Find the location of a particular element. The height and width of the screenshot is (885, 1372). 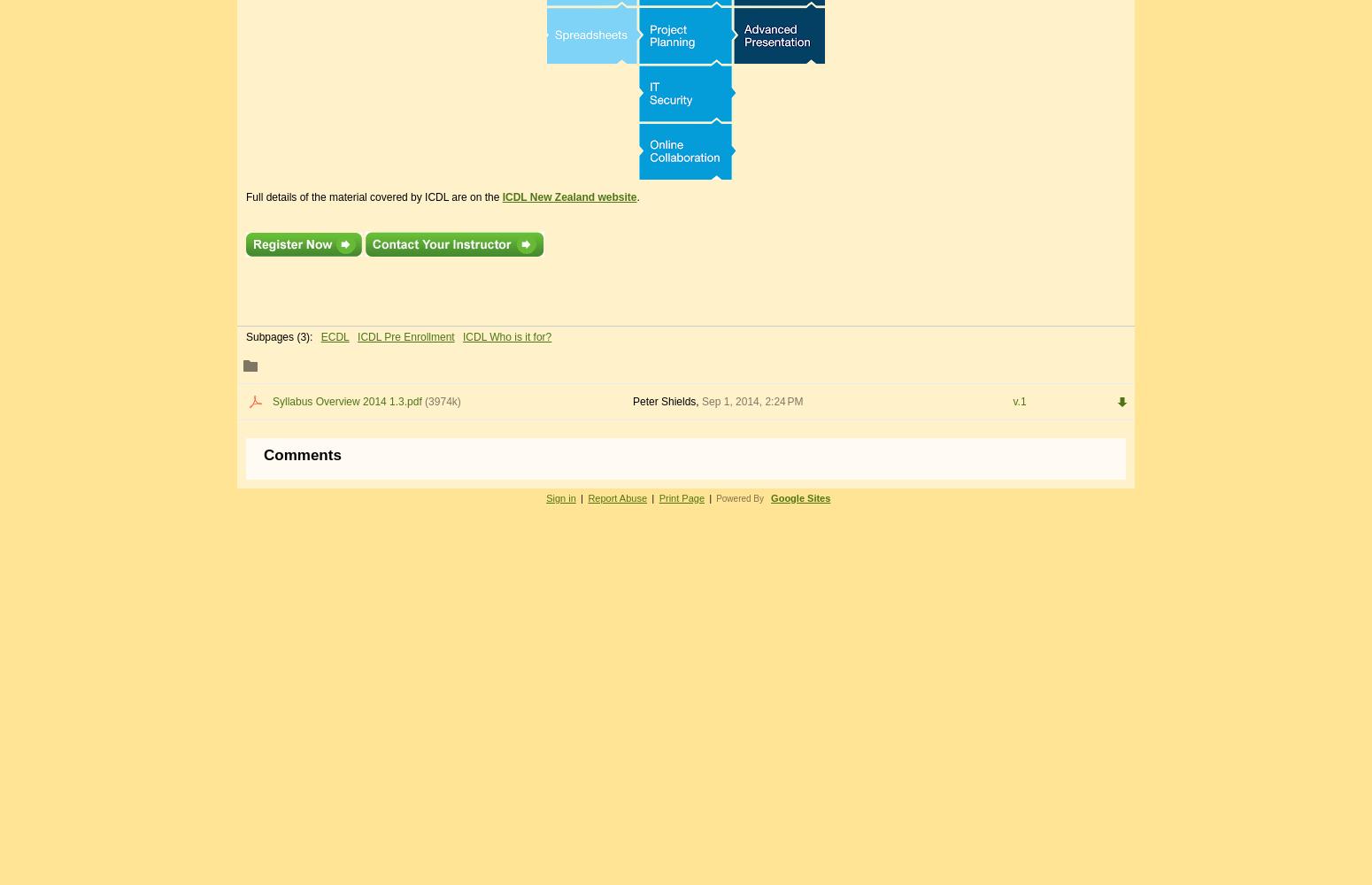

'ECDL' is located at coordinates (319, 336).